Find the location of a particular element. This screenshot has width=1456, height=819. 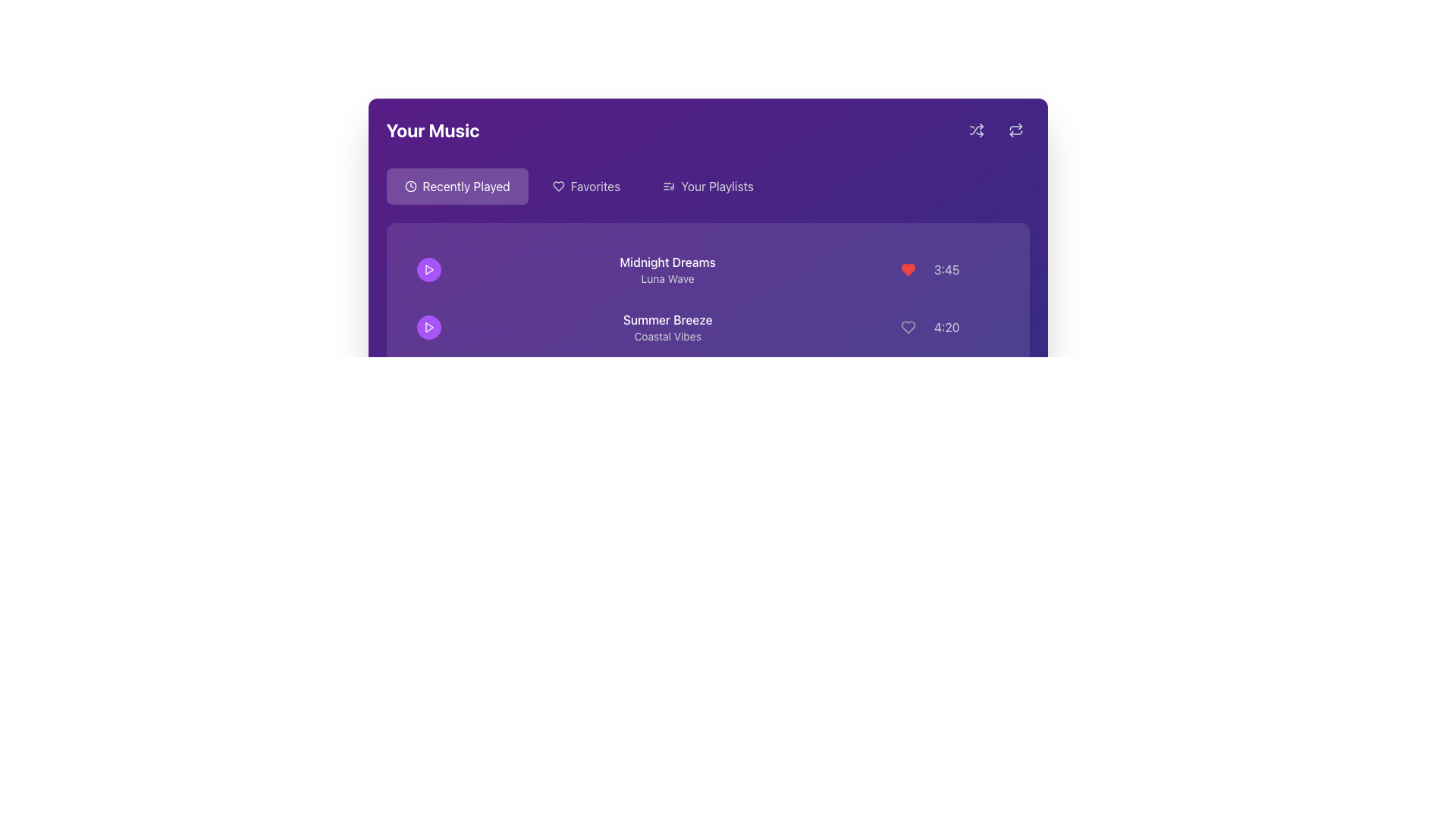

the main title text element for a music track or playlist, which is positioned above the secondary text 'Luna Wave' and aligned to the left in the upper section of the list entry is located at coordinates (667, 262).